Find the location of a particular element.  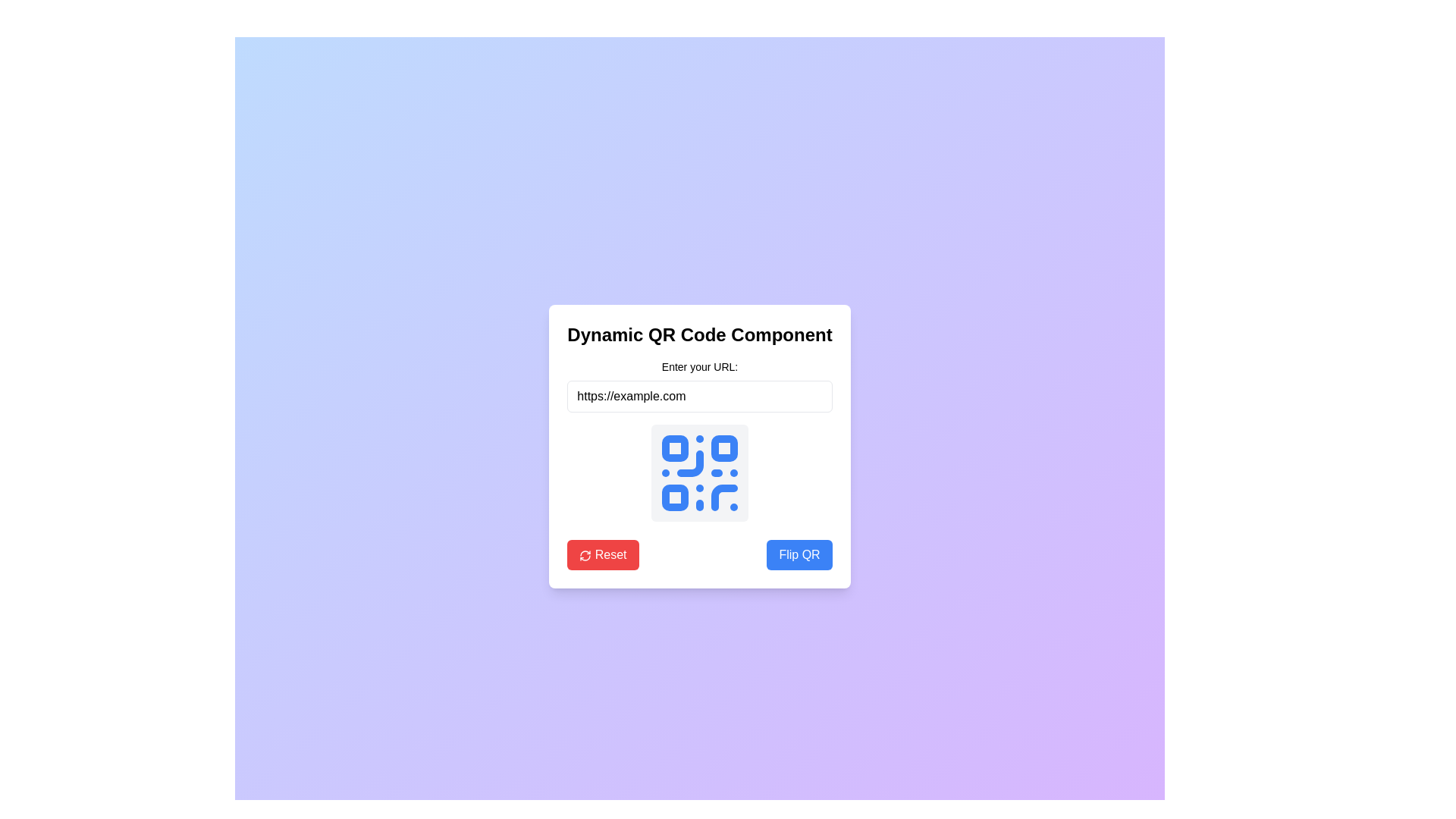

the third square in the QR code's grid layout, which is a small blue square with rounded corners located at the bottom left of the QR code design is located at coordinates (674, 497).